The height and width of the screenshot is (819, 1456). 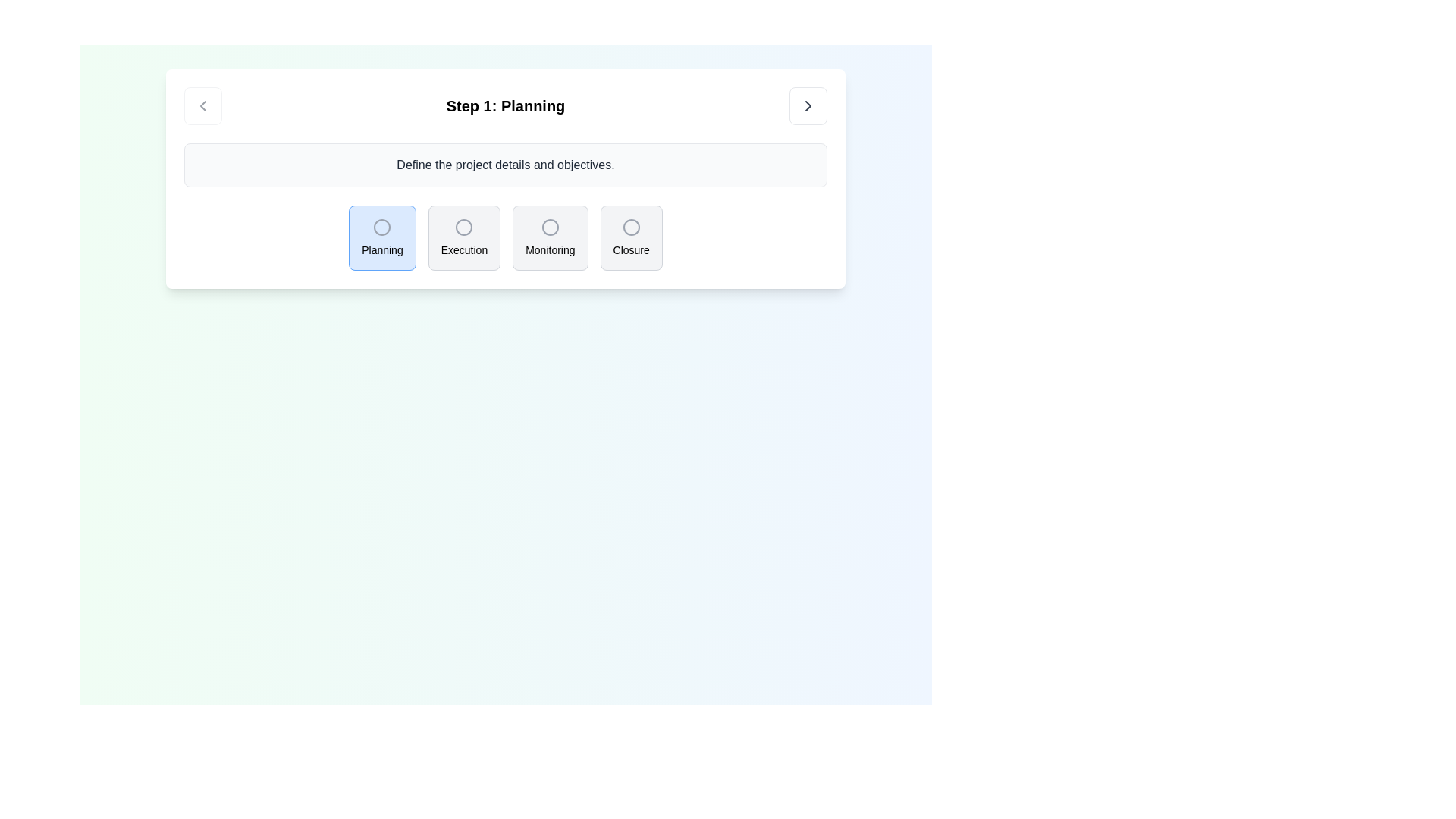 I want to click on the navigational icon located in the top-right corner of the 'Step 1: Planning' modal, so click(x=807, y=105).